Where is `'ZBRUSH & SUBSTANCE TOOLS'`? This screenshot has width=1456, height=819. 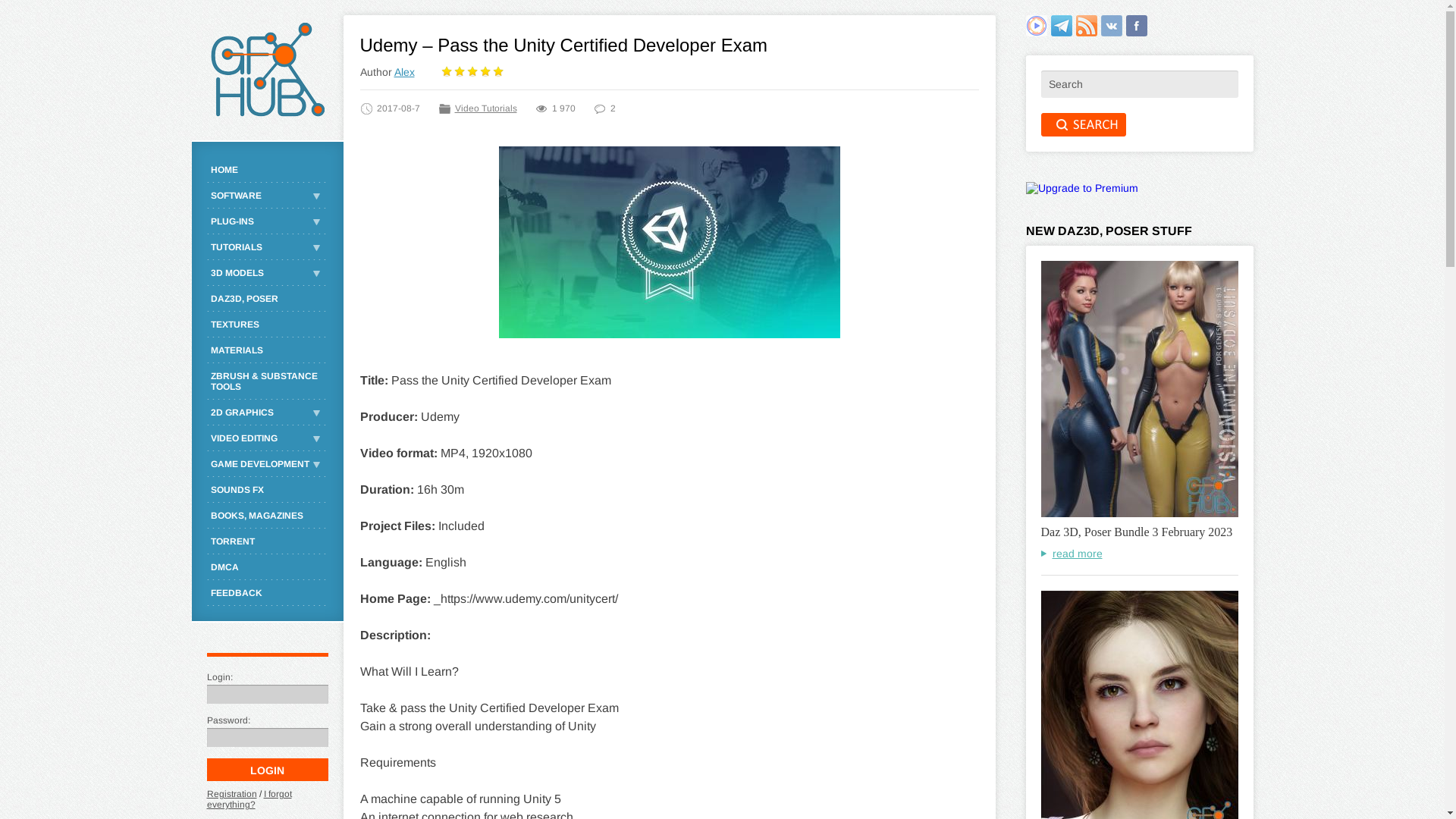 'ZBRUSH & SUBSTANCE TOOLS' is located at coordinates (266, 380).